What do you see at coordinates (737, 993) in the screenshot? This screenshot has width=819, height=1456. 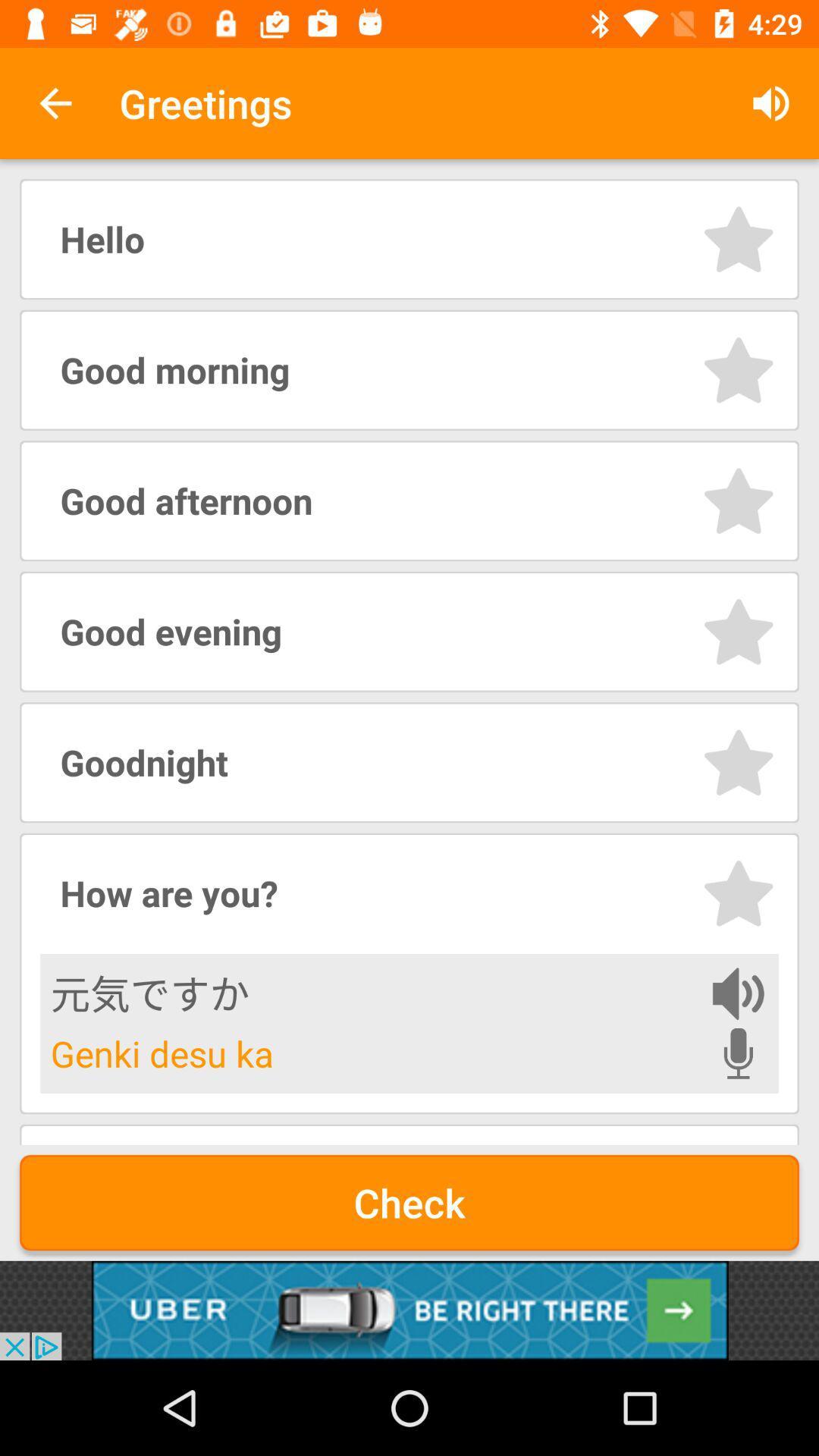 I see `audio` at bounding box center [737, 993].